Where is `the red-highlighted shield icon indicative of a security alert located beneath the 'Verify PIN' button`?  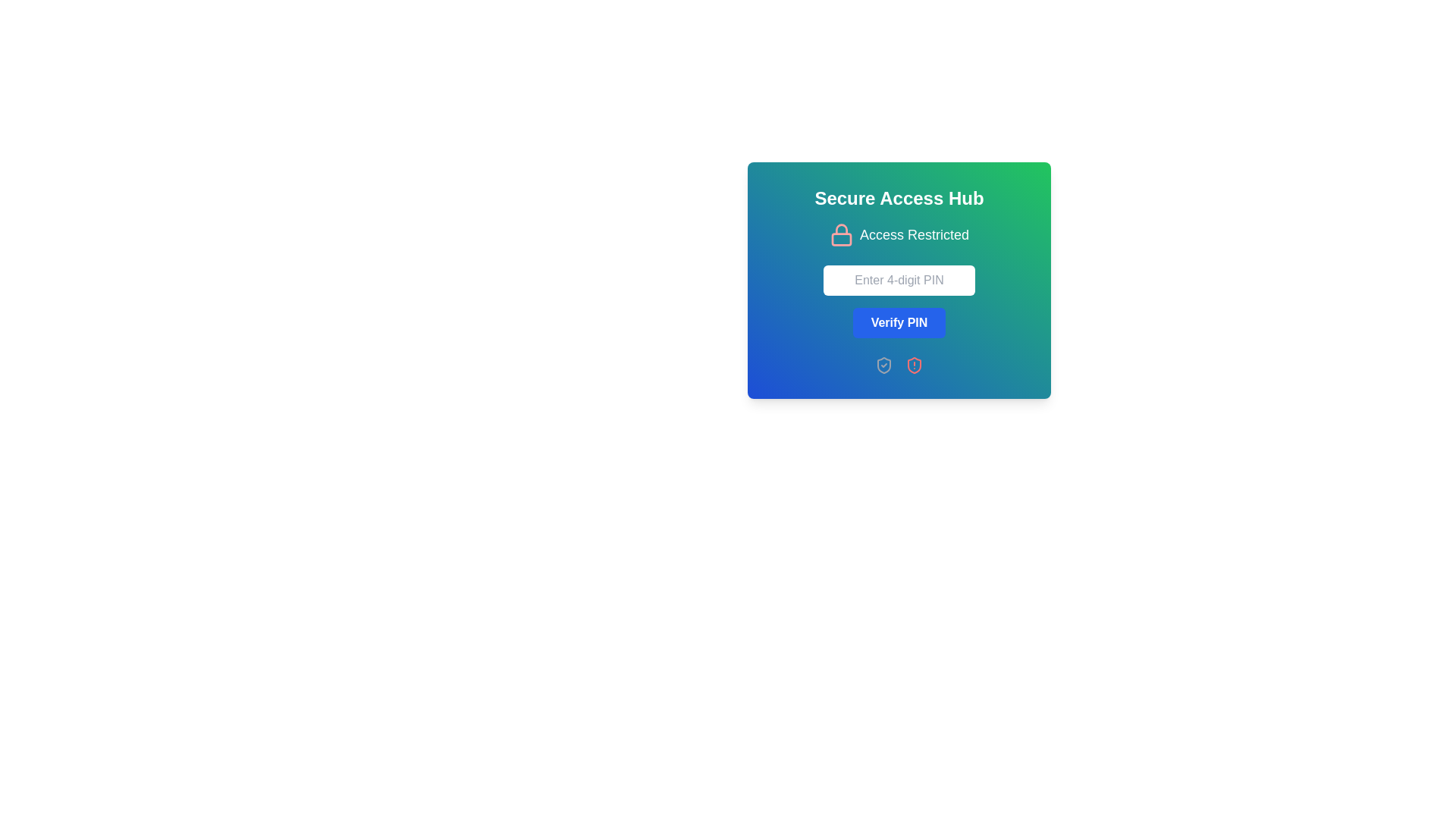
the red-highlighted shield icon indicative of a security alert located beneath the 'Verify PIN' button is located at coordinates (913, 366).